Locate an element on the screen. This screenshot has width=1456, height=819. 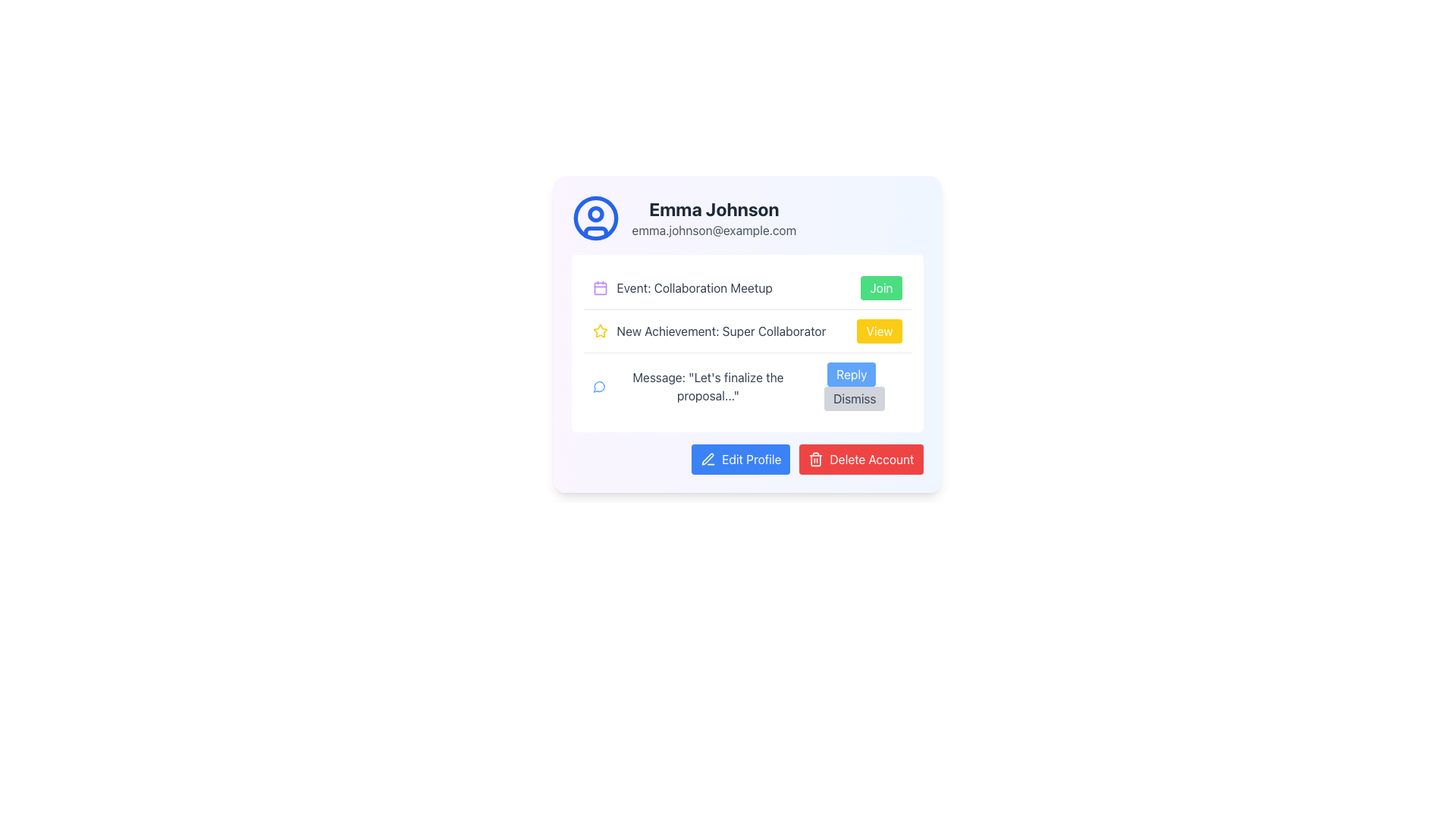
the informational Text Label that displays message content, located centrally below the title and email address, with a speech bubble icon to its left and action buttons 'Reply' and 'Dismiss' to its right is located at coordinates (707, 385).